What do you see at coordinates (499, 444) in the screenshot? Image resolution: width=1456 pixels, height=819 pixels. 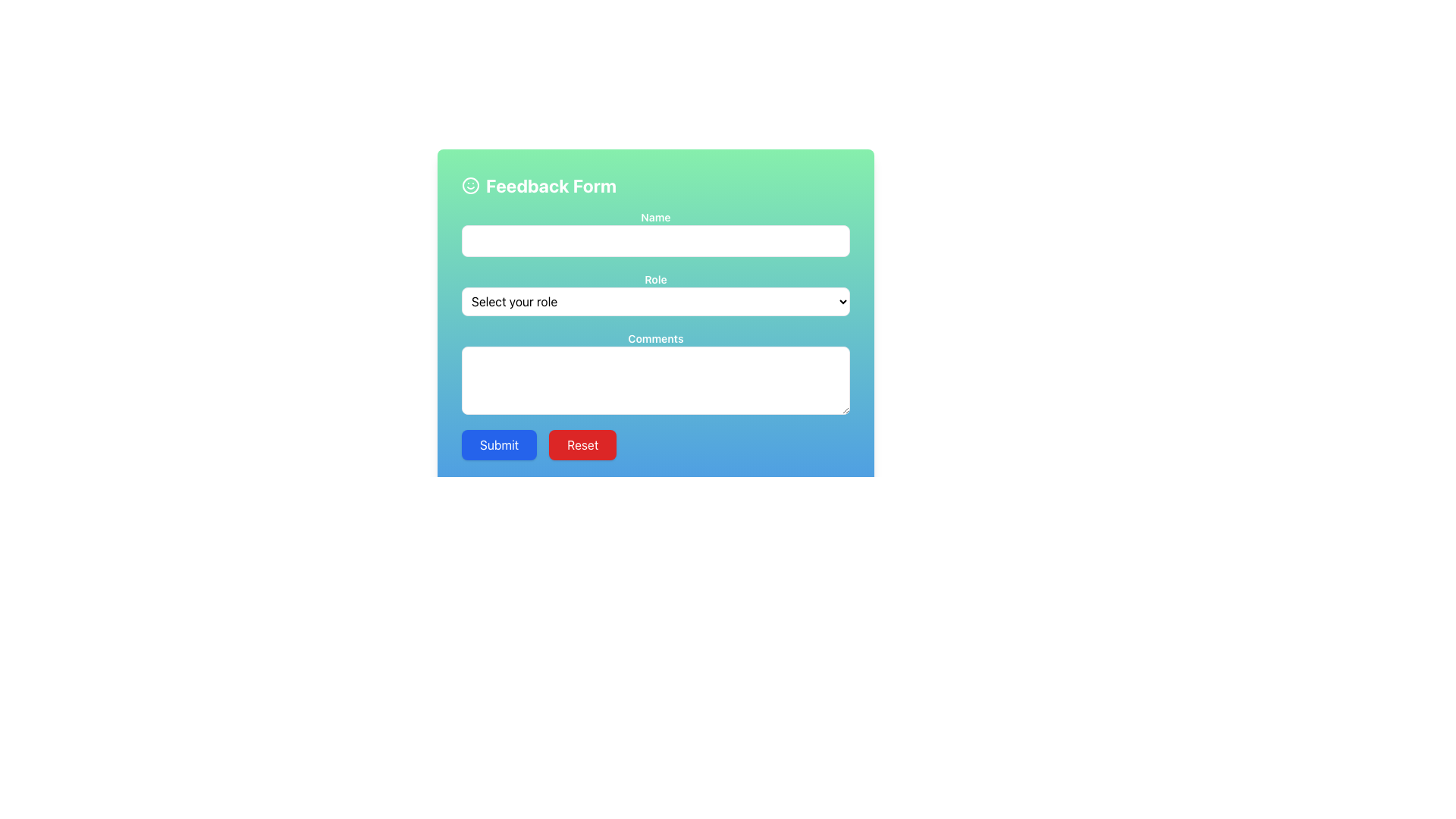 I see `the 'Submit' button` at bounding box center [499, 444].